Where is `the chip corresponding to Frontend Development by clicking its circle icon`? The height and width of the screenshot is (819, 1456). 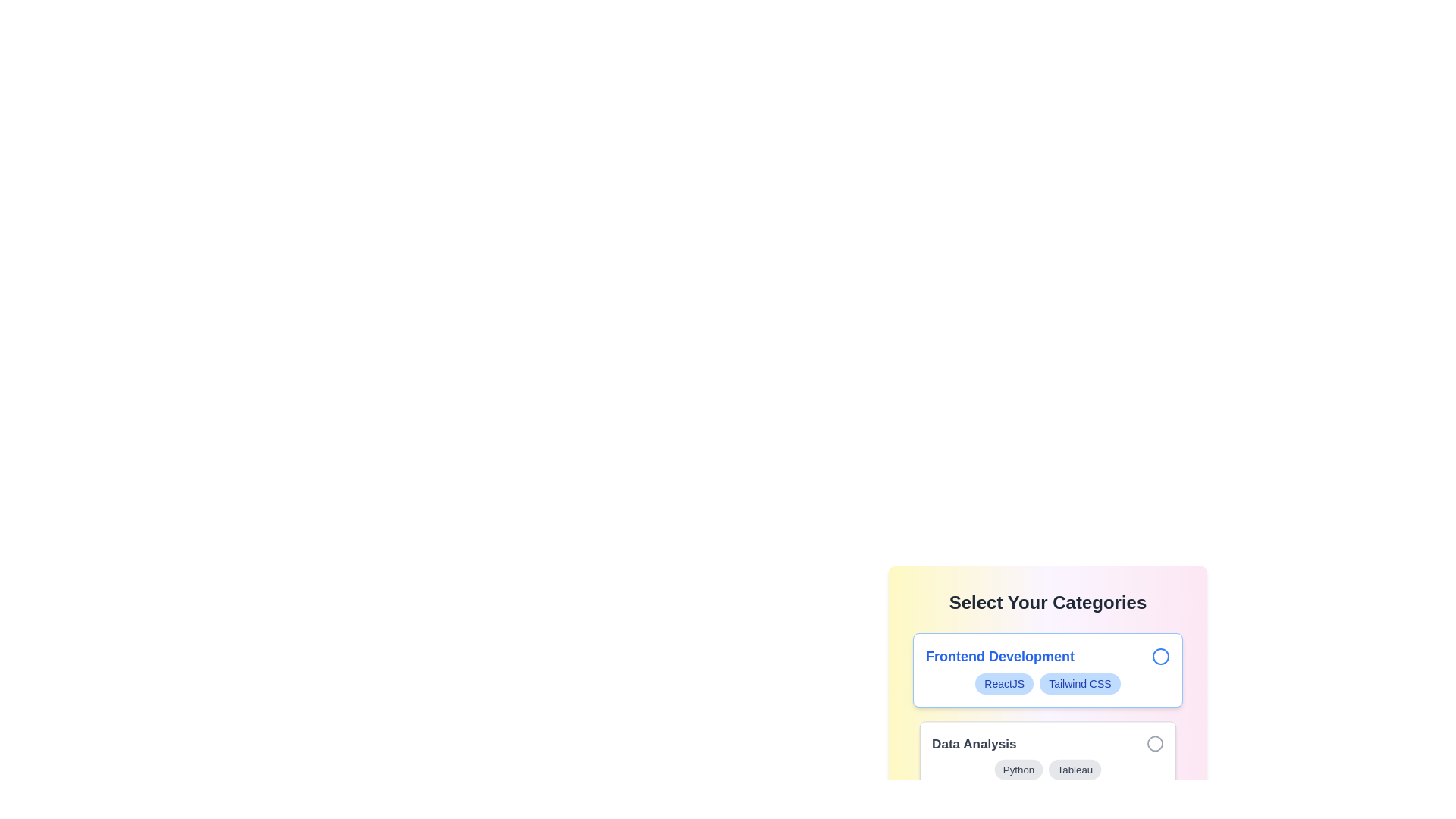 the chip corresponding to Frontend Development by clicking its circle icon is located at coordinates (1160, 656).